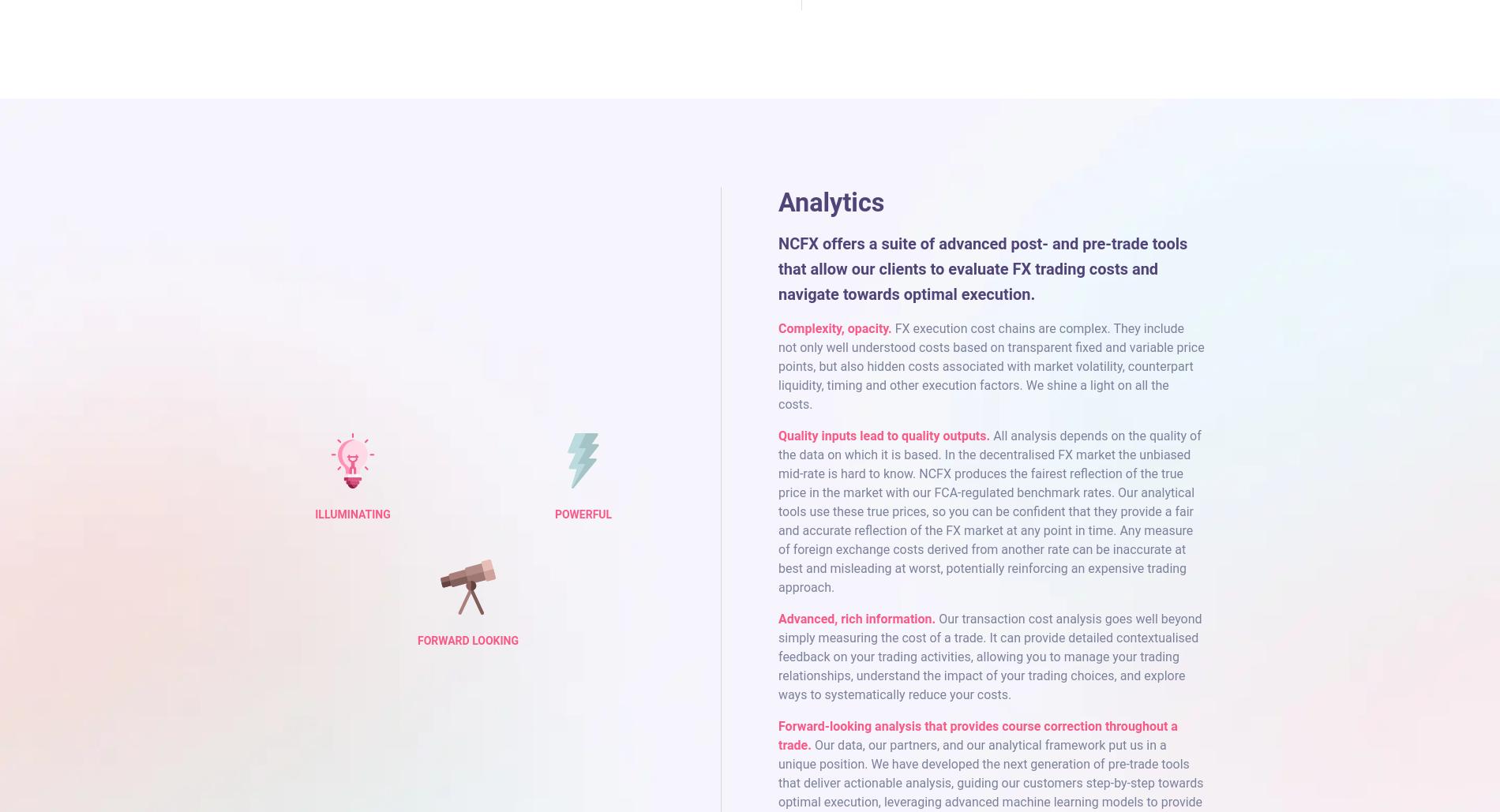 The image size is (1500, 812). Describe the element at coordinates (989, 655) in the screenshot. I see `'Our transaction cost analysis goes well beyond simply measuring the cost of a trade. It can provide detailed contextualised feedback on your trading activities, allowing you to manage your trading relationships, understand the impact of your trading choices, and explore ways to systematically reduce your costs.'` at that location.